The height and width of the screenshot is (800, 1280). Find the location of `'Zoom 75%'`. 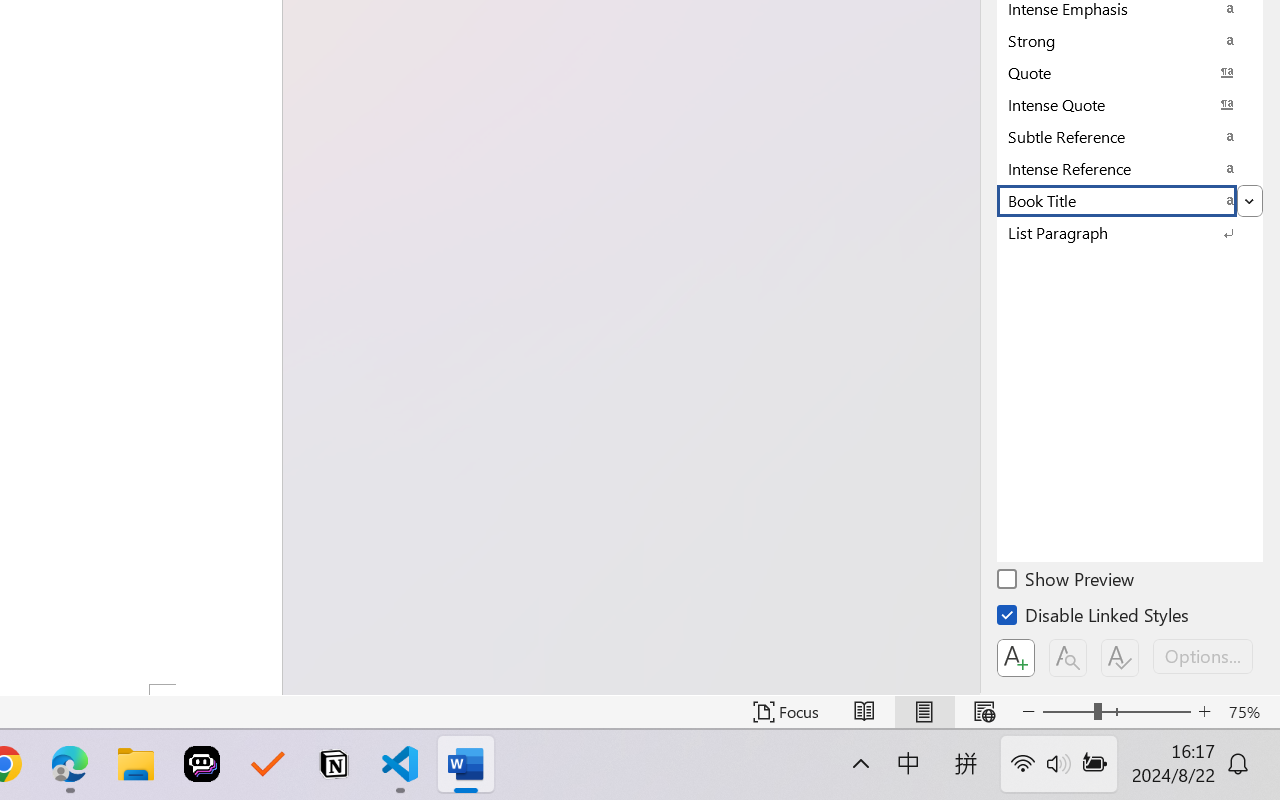

'Zoom 75%' is located at coordinates (1248, 711).